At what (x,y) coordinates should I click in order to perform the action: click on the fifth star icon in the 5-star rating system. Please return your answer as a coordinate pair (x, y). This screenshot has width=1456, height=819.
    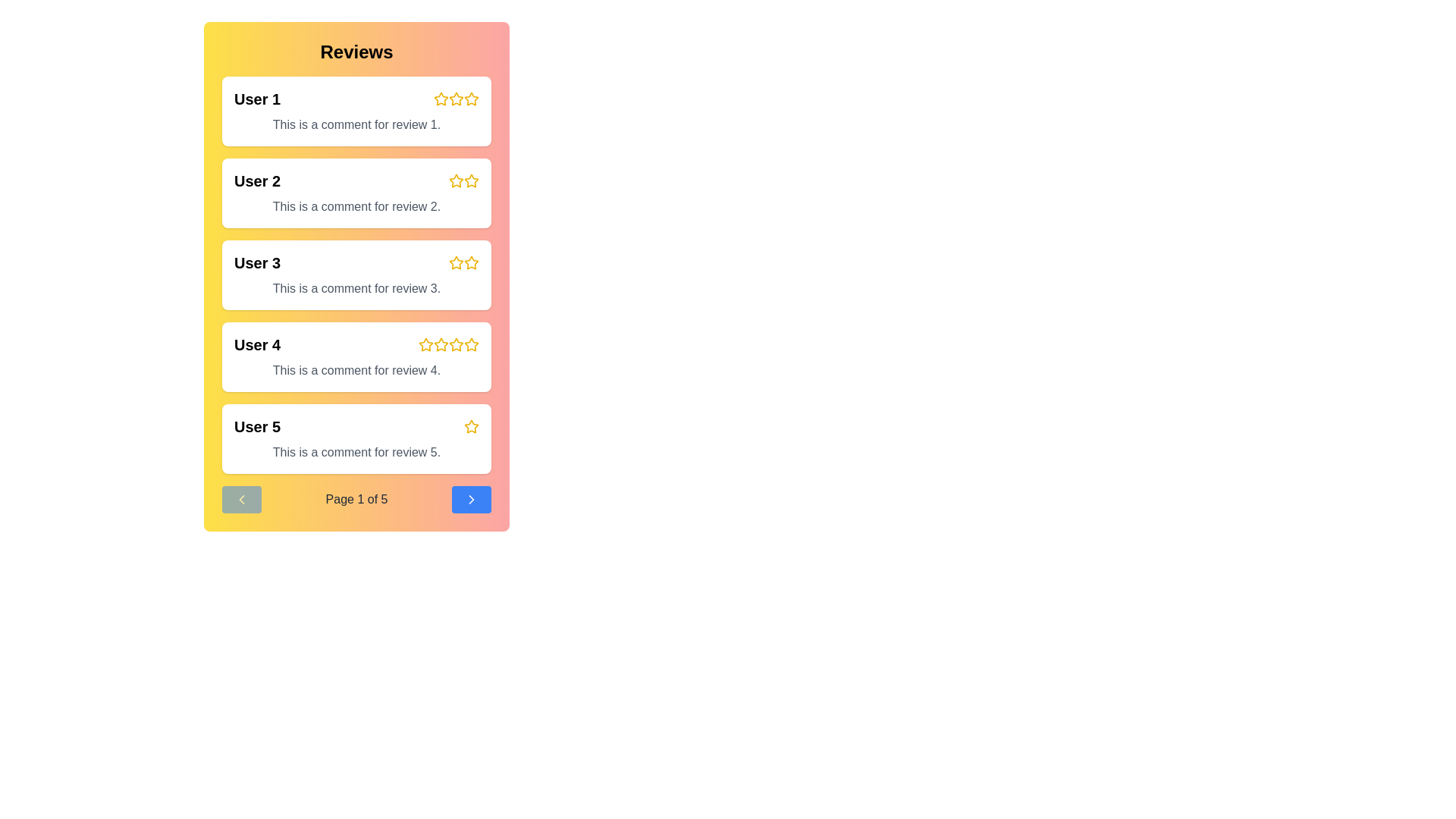
    Looking at the image, I should click on (471, 345).